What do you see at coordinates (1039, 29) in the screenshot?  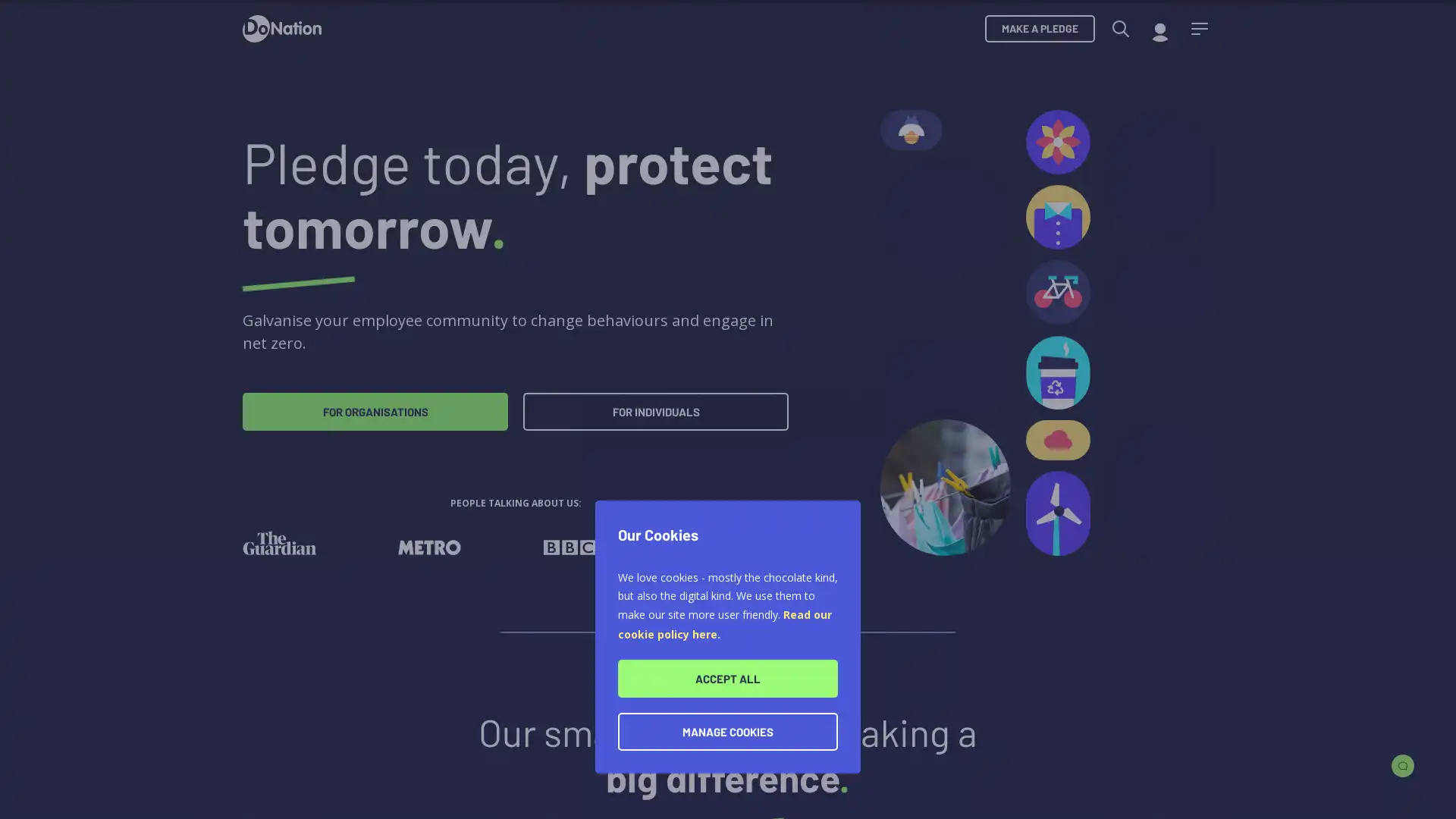 I see `MAKE A PLEDGE` at bounding box center [1039, 29].